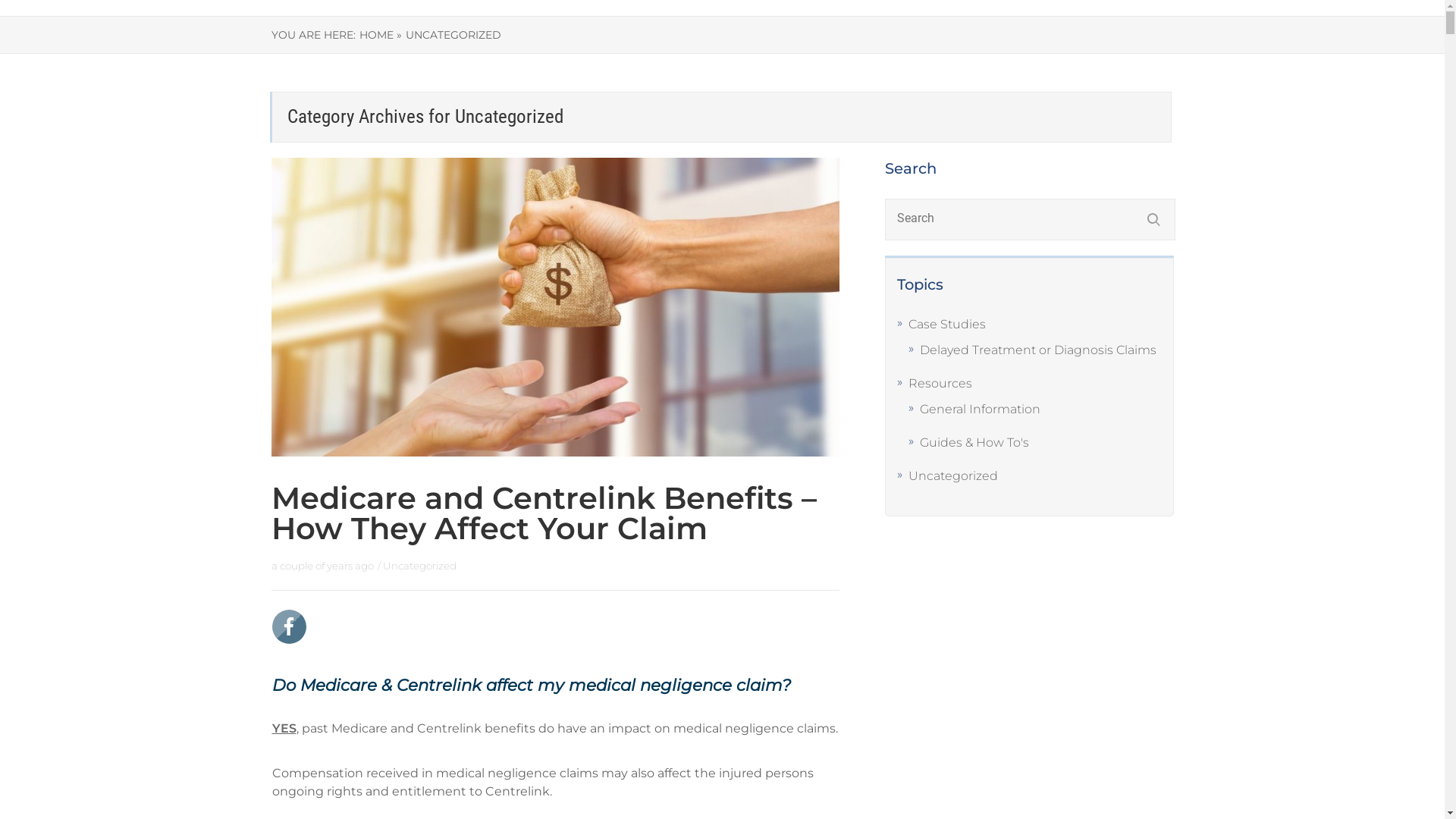  Describe the element at coordinates (939, 382) in the screenshot. I see `'Resources'` at that location.